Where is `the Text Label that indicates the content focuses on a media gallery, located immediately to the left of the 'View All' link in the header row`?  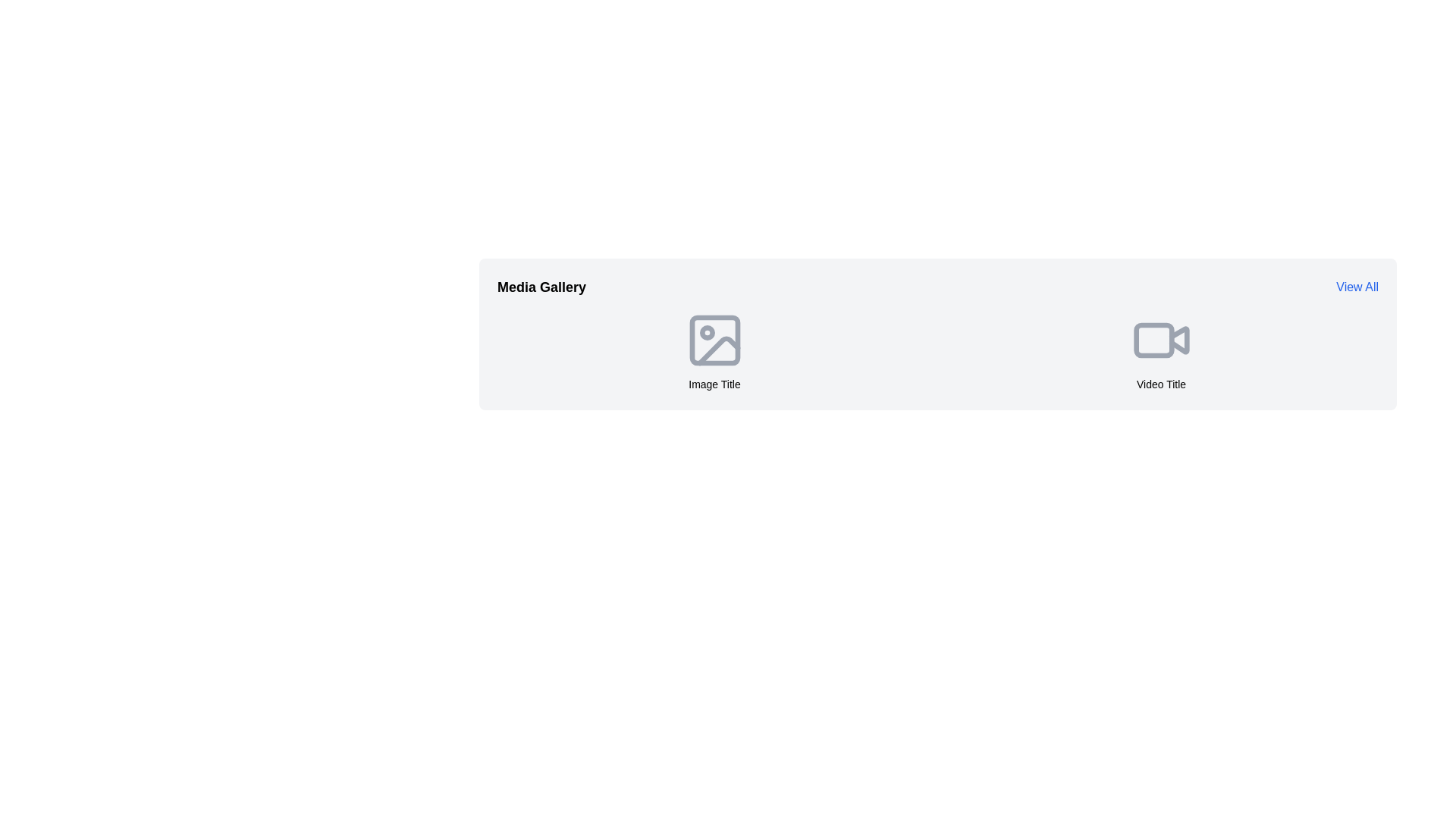 the Text Label that indicates the content focuses on a media gallery, located immediately to the left of the 'View All' link in the header row is located at coordinates (541, 287).